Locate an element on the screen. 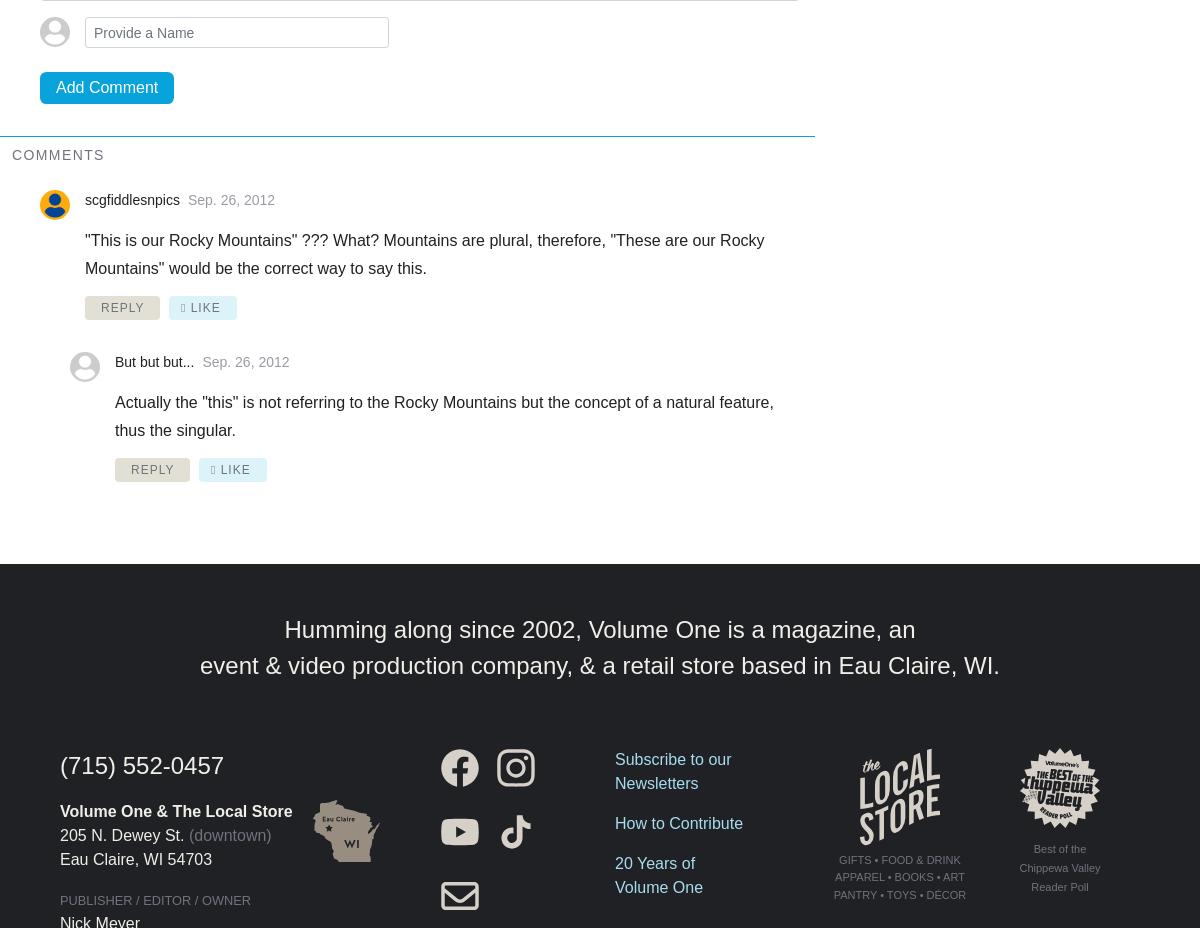  'Add Comment' is located at coordinates (107, 85).